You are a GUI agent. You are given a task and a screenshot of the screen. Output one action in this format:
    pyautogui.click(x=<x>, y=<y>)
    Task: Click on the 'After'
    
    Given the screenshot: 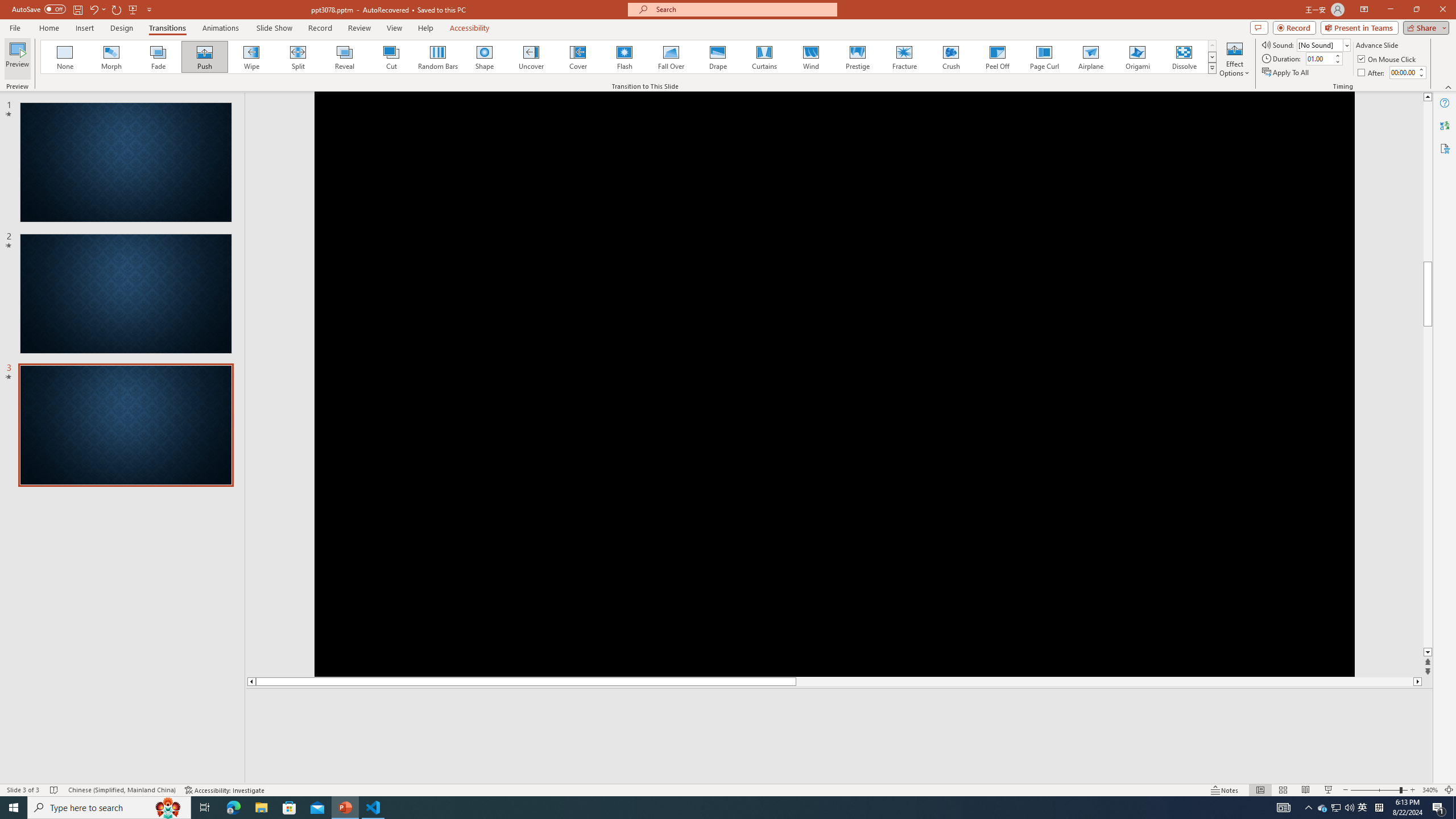 What is the action you would take?
    pyautogui.click(x=1372, y=72)
    